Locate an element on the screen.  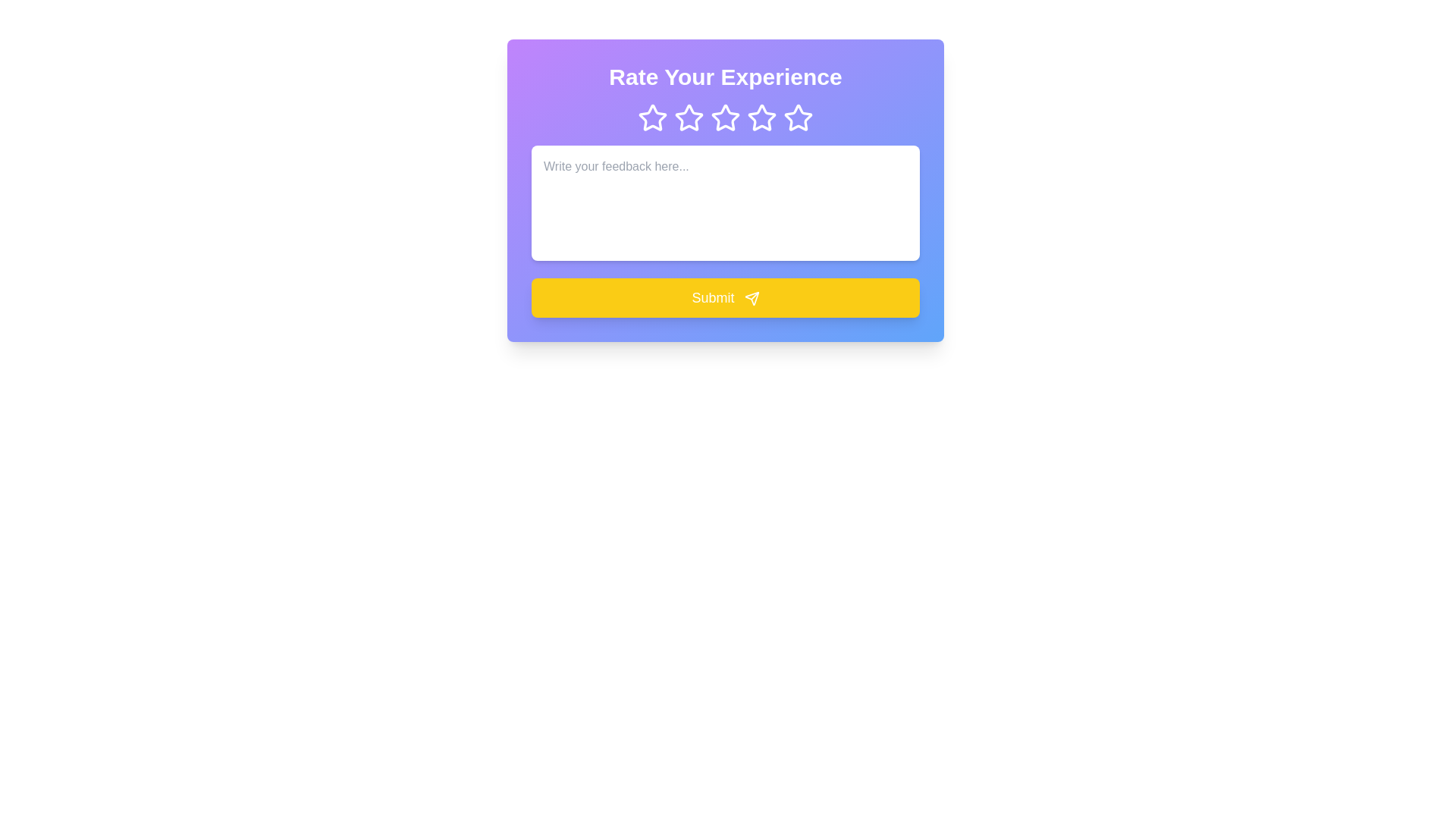
the first star icon in the rating system to trigger the scaling effect is located at coordinates (652, 117).